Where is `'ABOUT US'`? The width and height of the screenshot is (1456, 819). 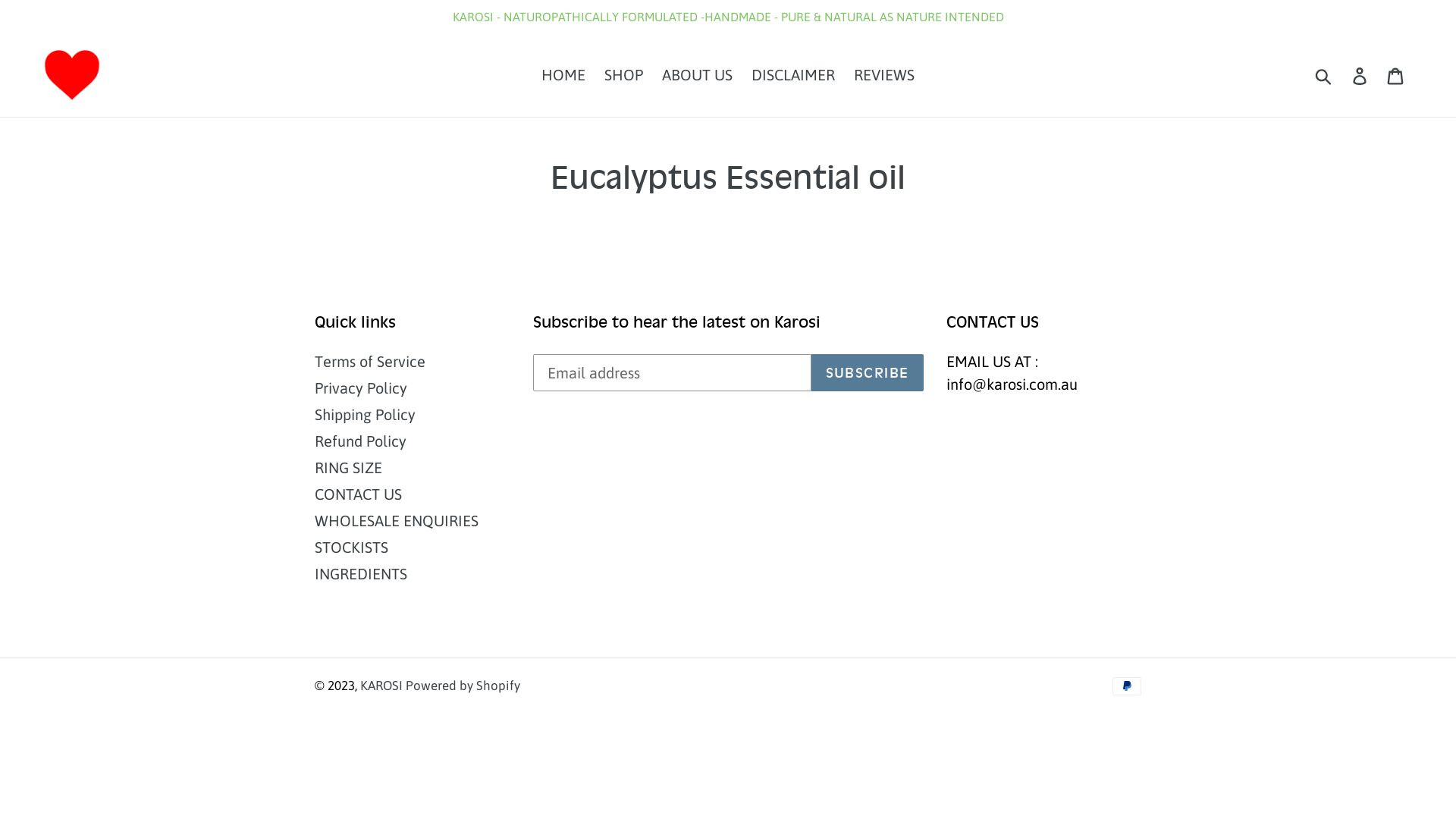 'ABOUT US' is located at coordinates (696, 75).